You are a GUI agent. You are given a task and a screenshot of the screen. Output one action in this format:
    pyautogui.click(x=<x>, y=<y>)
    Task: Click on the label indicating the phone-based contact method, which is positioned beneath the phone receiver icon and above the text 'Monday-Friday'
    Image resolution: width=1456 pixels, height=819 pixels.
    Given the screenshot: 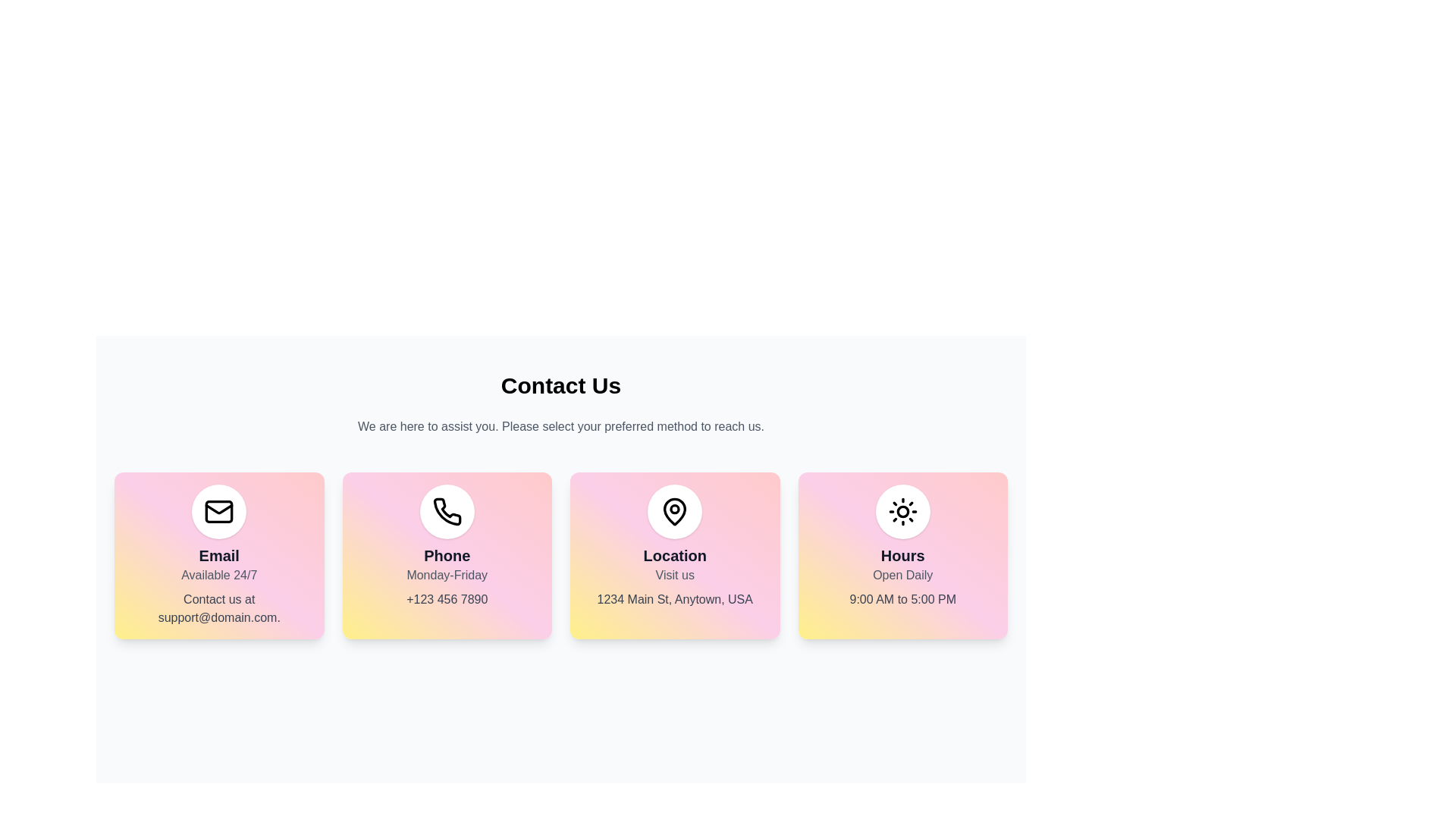 What is the action you would take?
    pyautogui.click(x=446, y=555)
    